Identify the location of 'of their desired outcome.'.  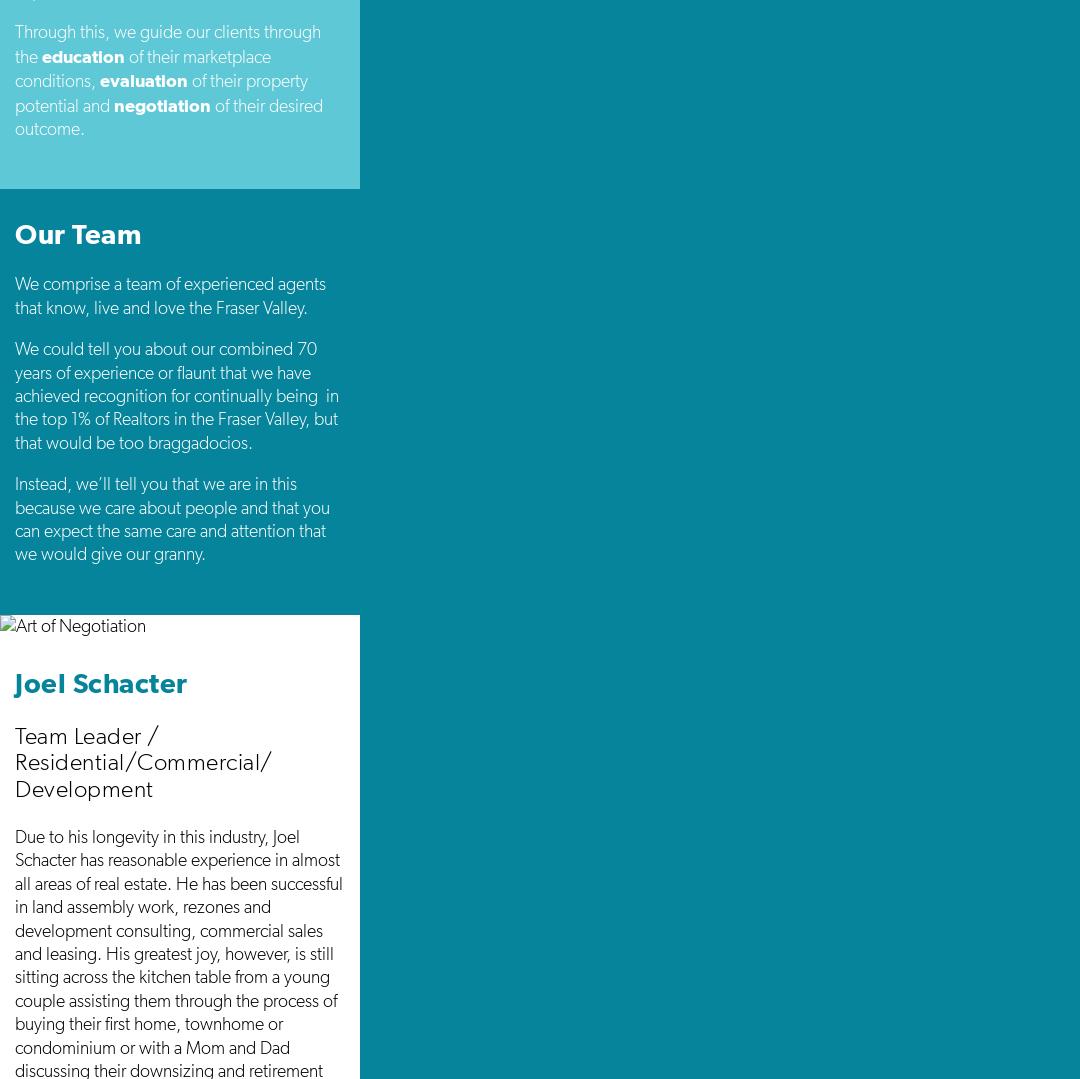
(168, 116).